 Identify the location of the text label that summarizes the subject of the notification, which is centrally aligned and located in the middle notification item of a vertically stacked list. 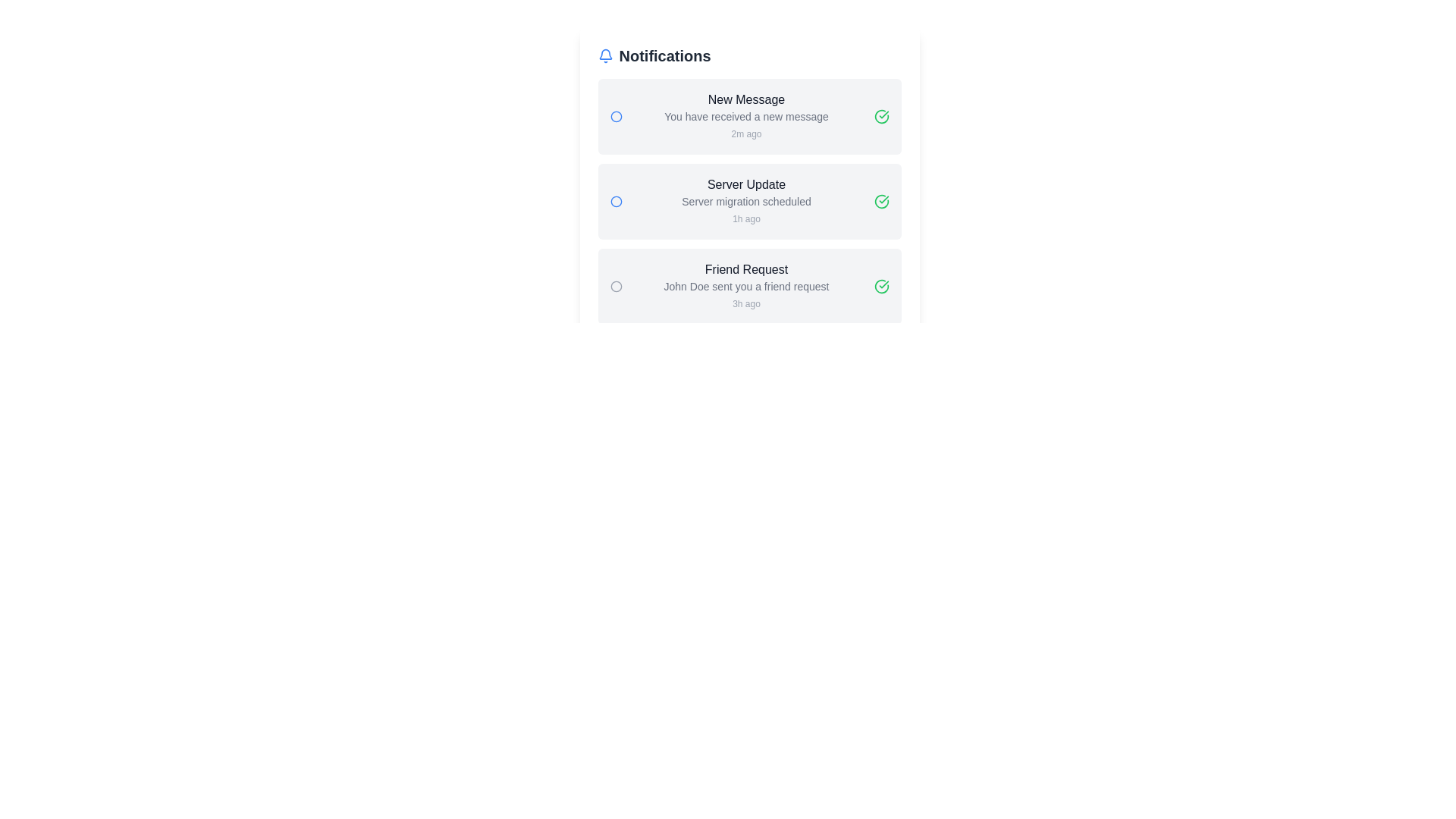
(746, 184).